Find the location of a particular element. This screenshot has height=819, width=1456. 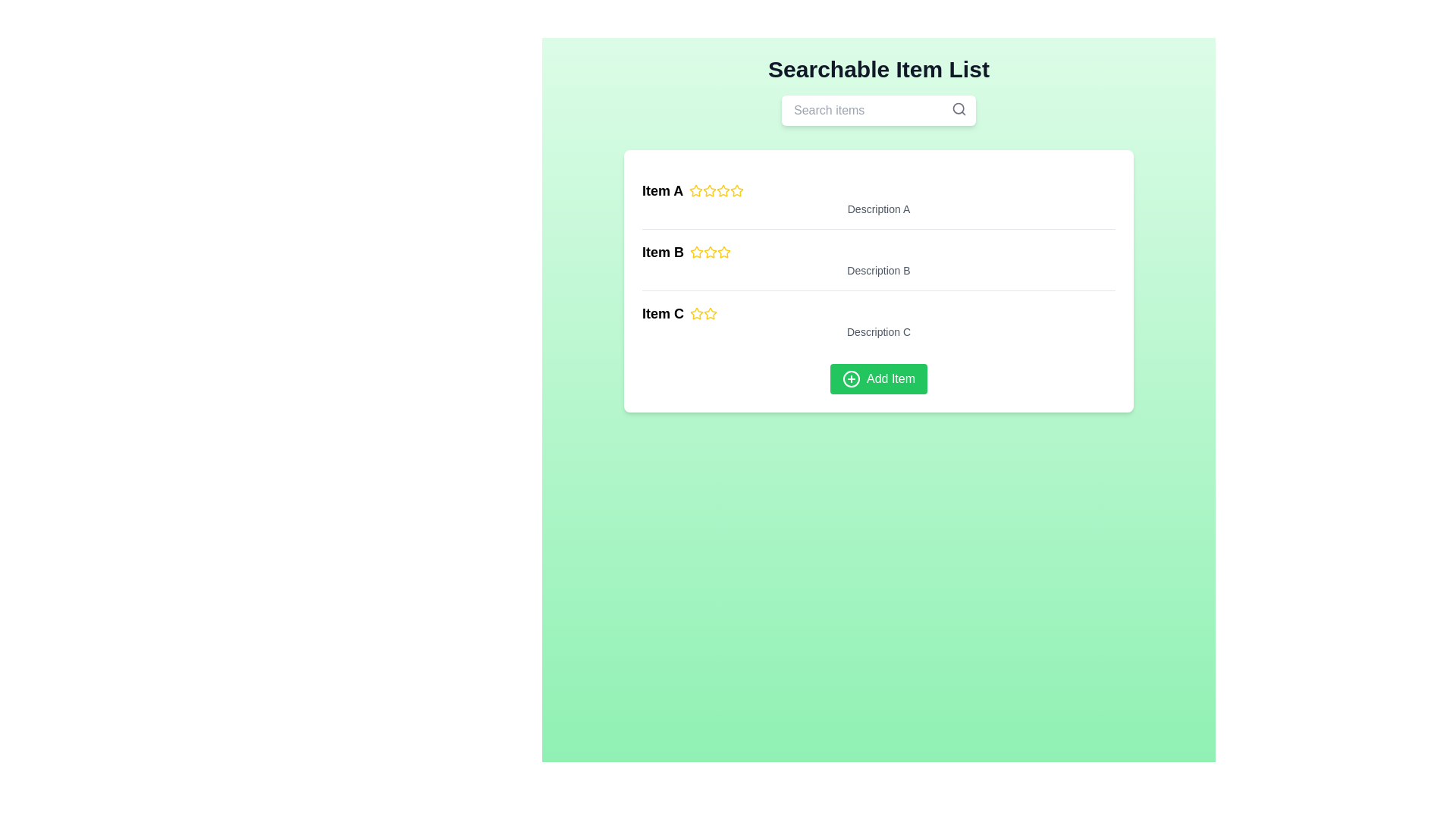

the third star icon in the rating section is located at coordinates (723, 190).